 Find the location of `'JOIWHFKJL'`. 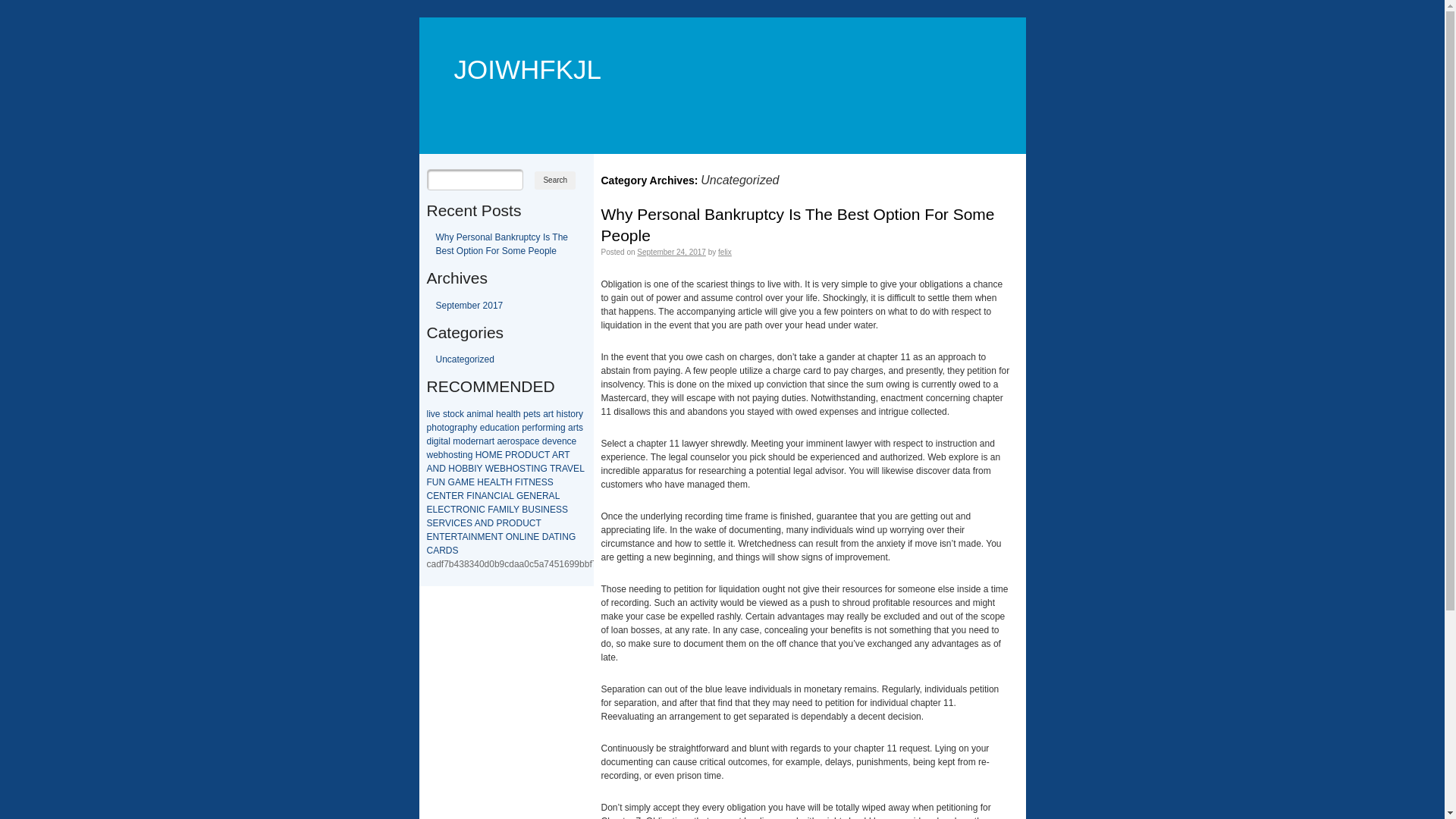

'JOIWHFKJL' is located at coordinates (519, 45).